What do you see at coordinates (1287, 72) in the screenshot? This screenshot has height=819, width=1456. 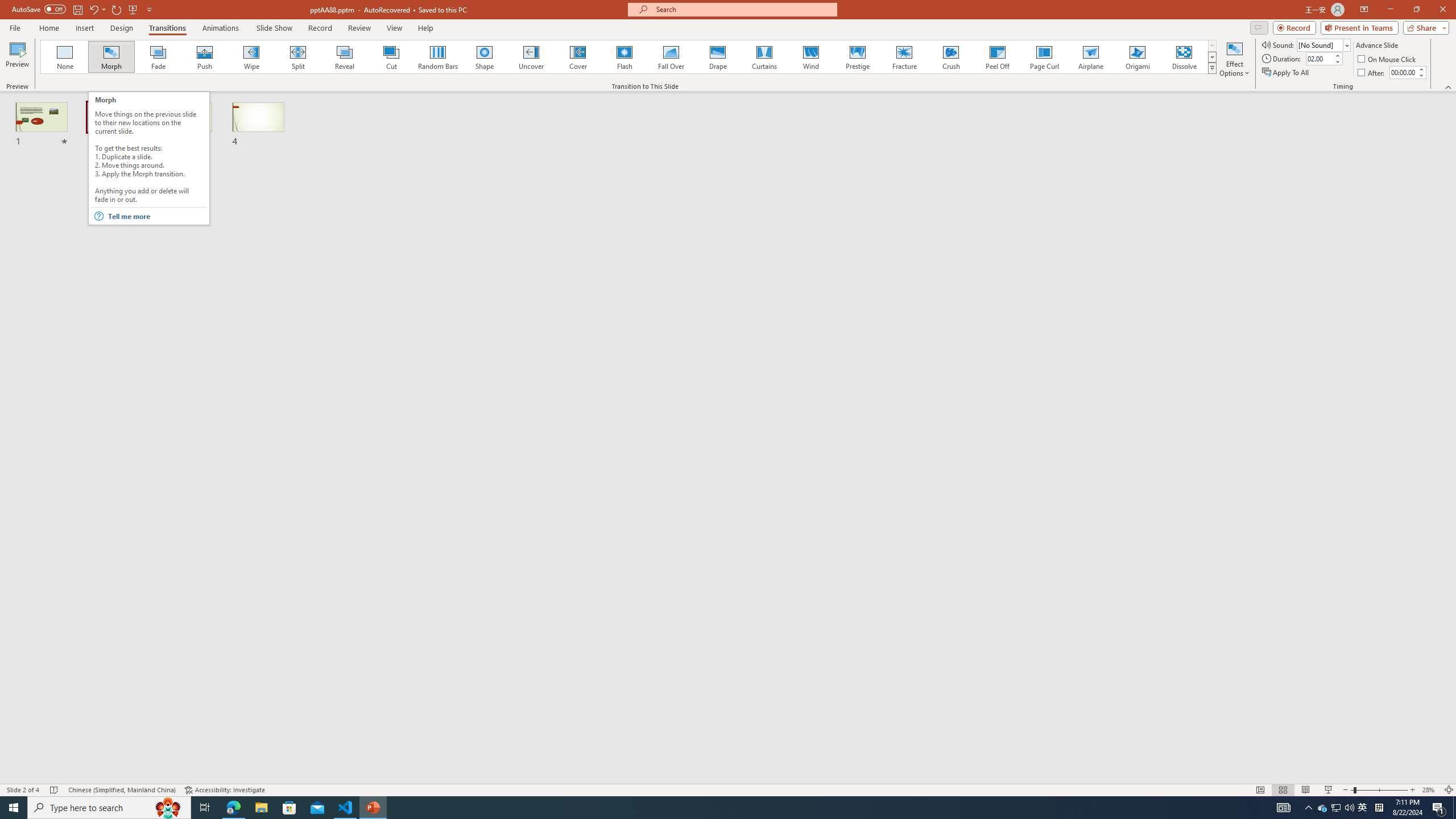 I see `'Apply To All'` at bounding box center [1287, 72].